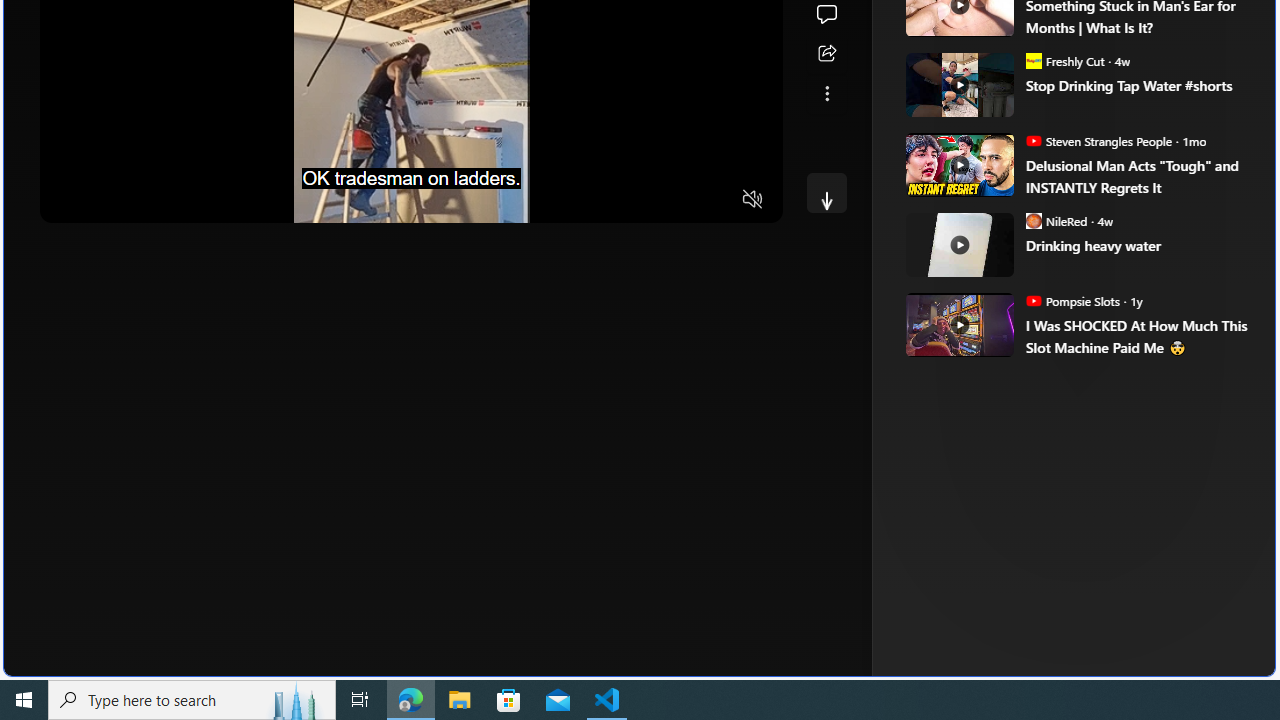  I want to click on 'Pompsie Slots Pompsie Slots', so click(1071, 300).